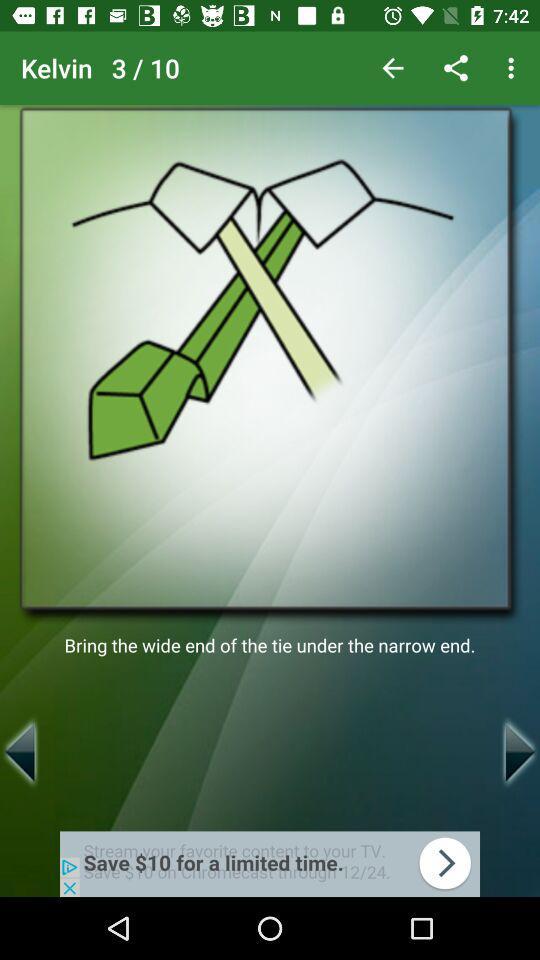 The height and width of the screenshot is (960, 540). What do you see at coordinates (270, 863) in the screenshot?
I see `advertisement` at bounding box center [270, 863].